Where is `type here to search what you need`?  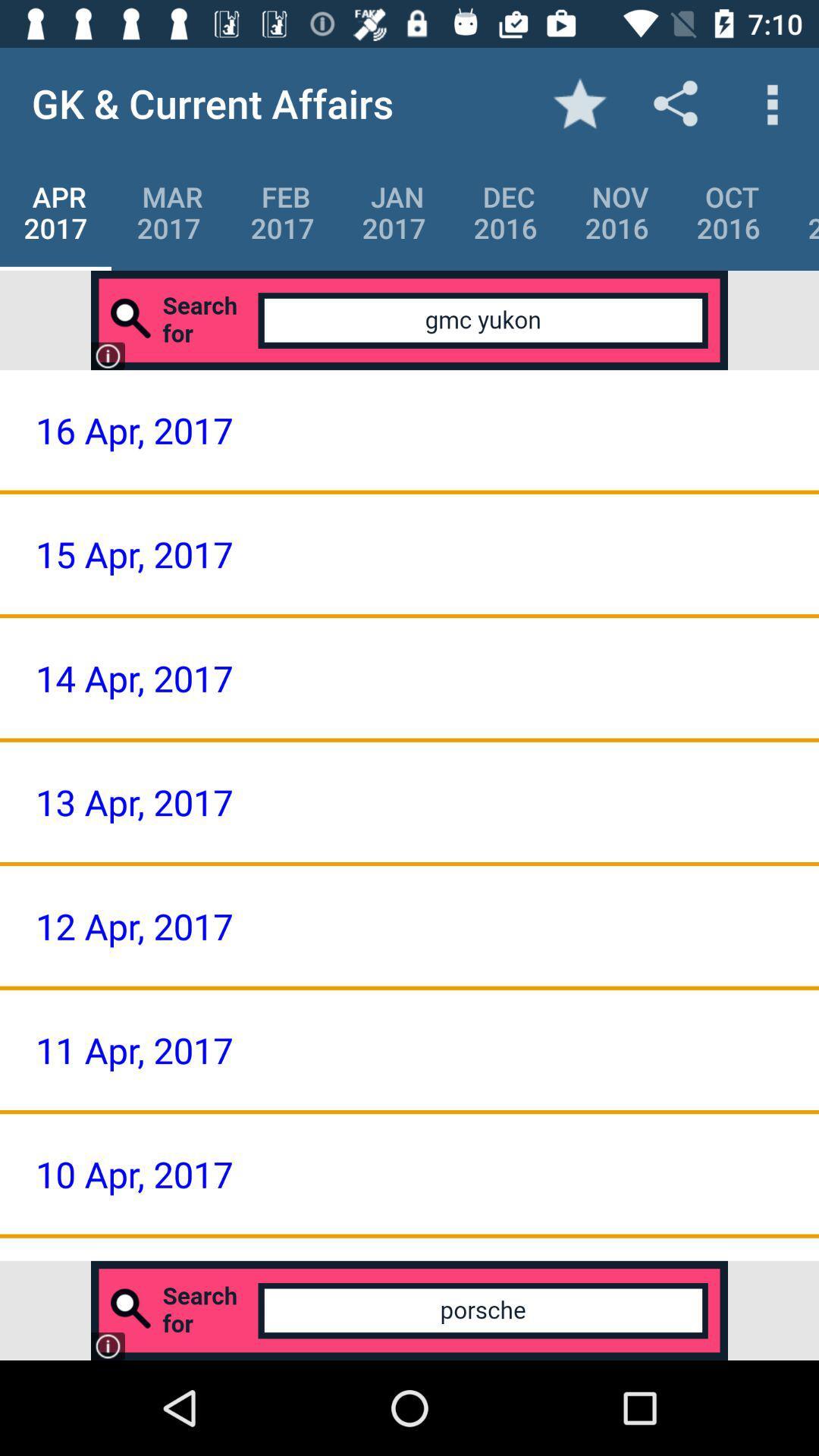
type here to search what you need is located at coordinates (409, 1310).